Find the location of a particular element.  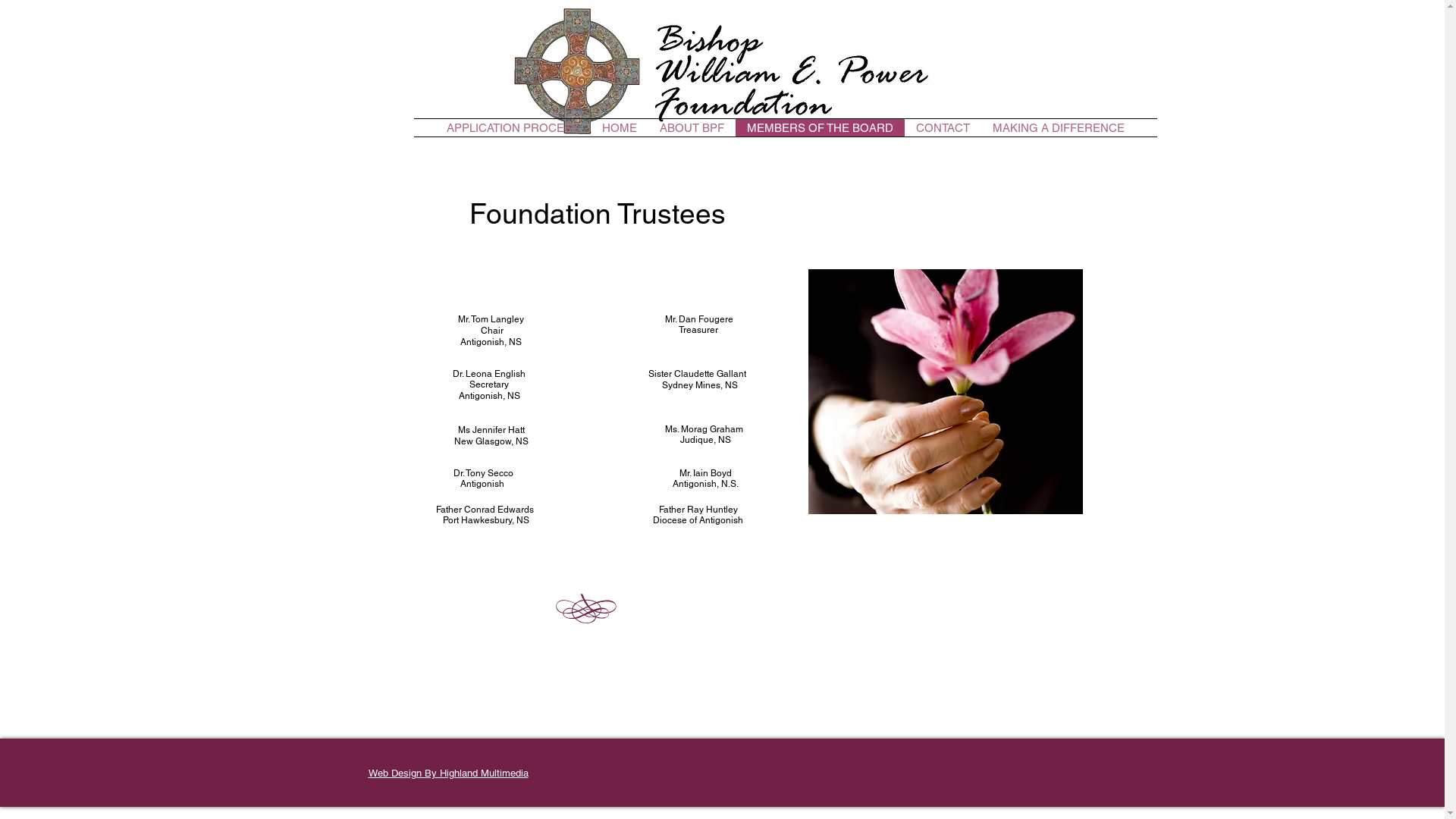

'MEMBERS OF THE BOARD' is located at coordinates (819, 127).